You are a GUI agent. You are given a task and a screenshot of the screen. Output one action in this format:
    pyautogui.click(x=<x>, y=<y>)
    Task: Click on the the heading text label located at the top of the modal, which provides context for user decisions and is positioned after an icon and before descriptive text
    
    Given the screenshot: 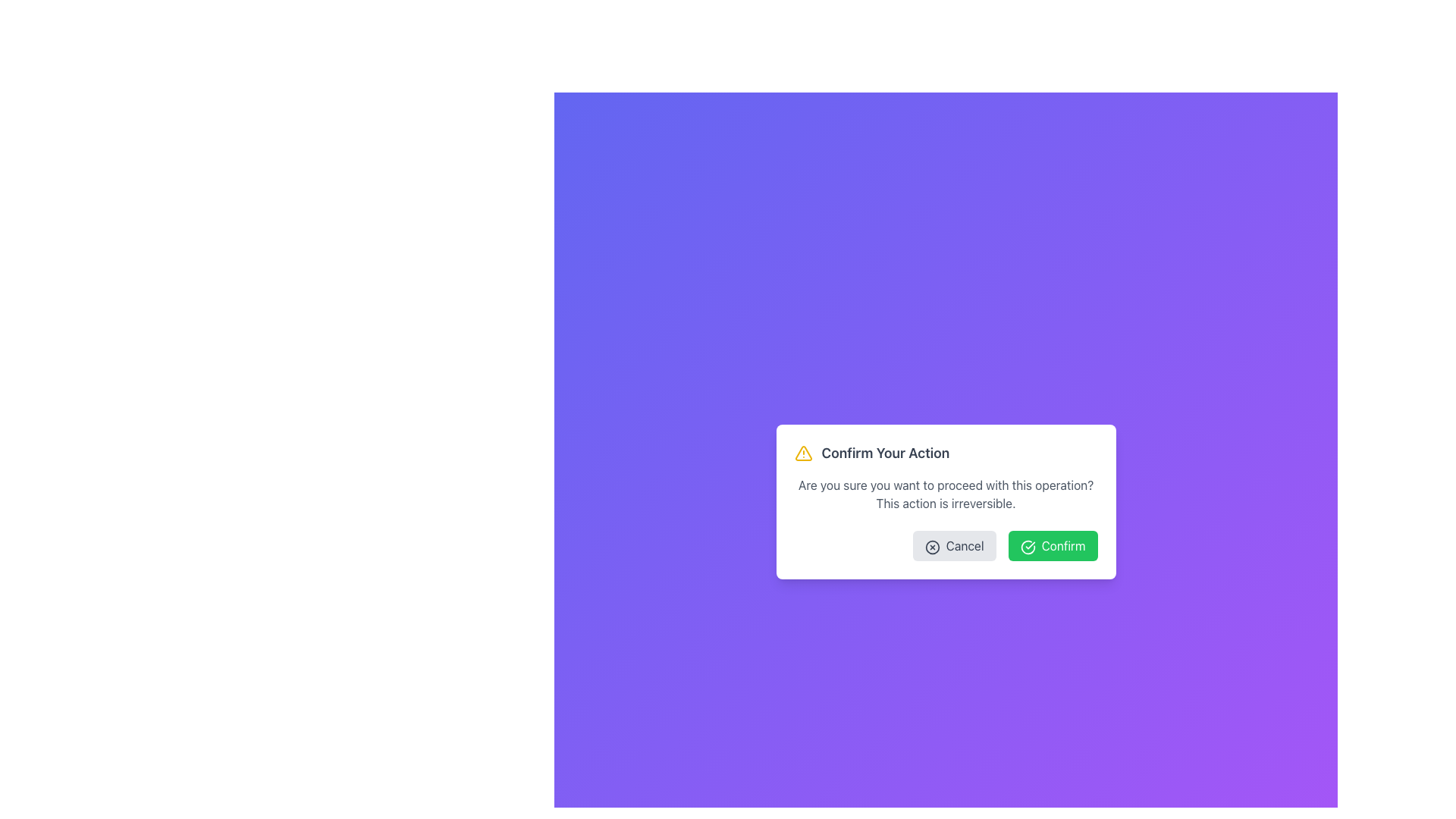 What is the action you would take?
    pyautogui.click(x=885, y=452)
    